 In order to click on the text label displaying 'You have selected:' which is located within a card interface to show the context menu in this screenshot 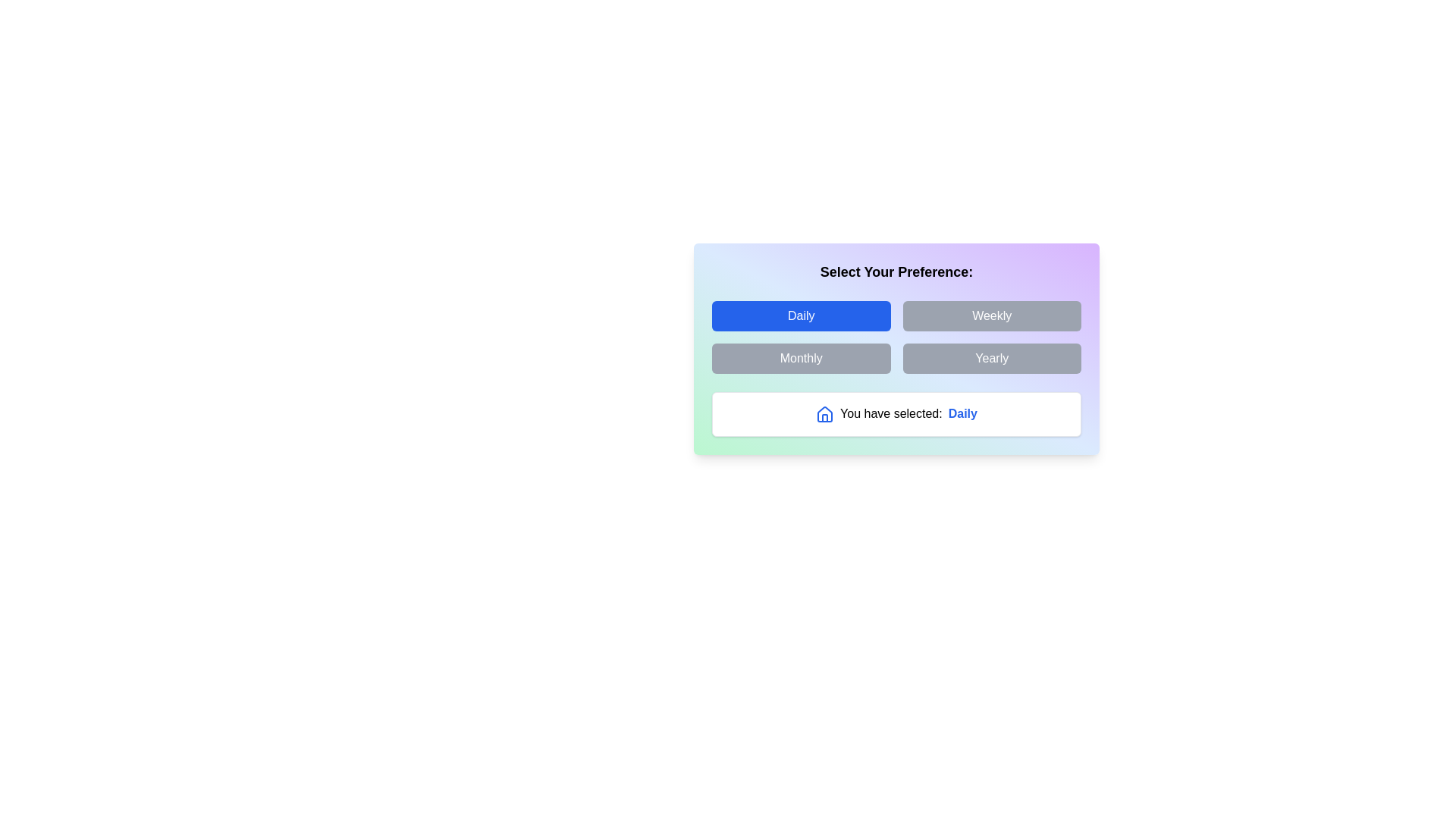, I will do `click(891, 413)`.